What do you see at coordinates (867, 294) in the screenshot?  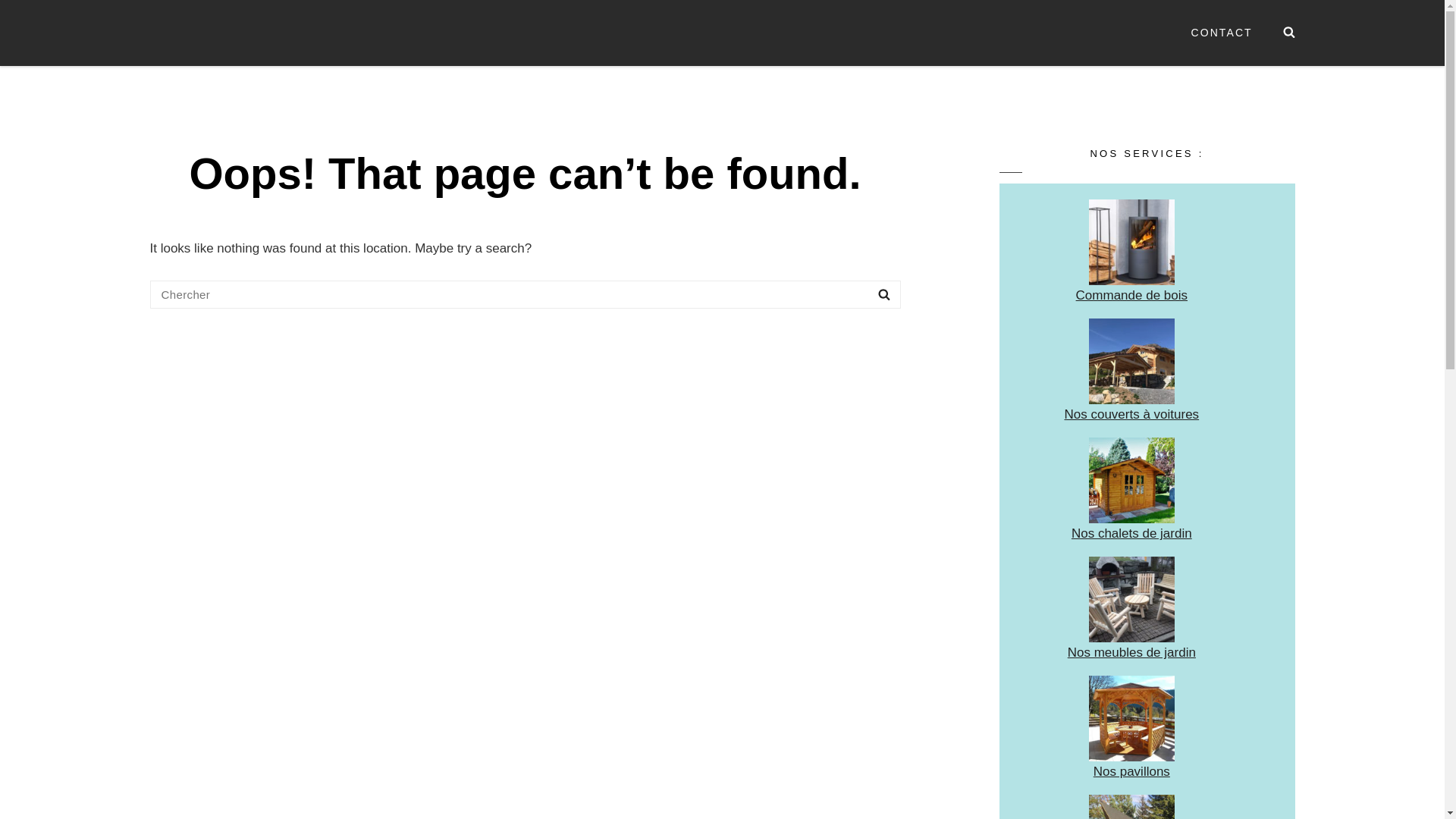 I see `'Search'` at bounding box center [867, 294].